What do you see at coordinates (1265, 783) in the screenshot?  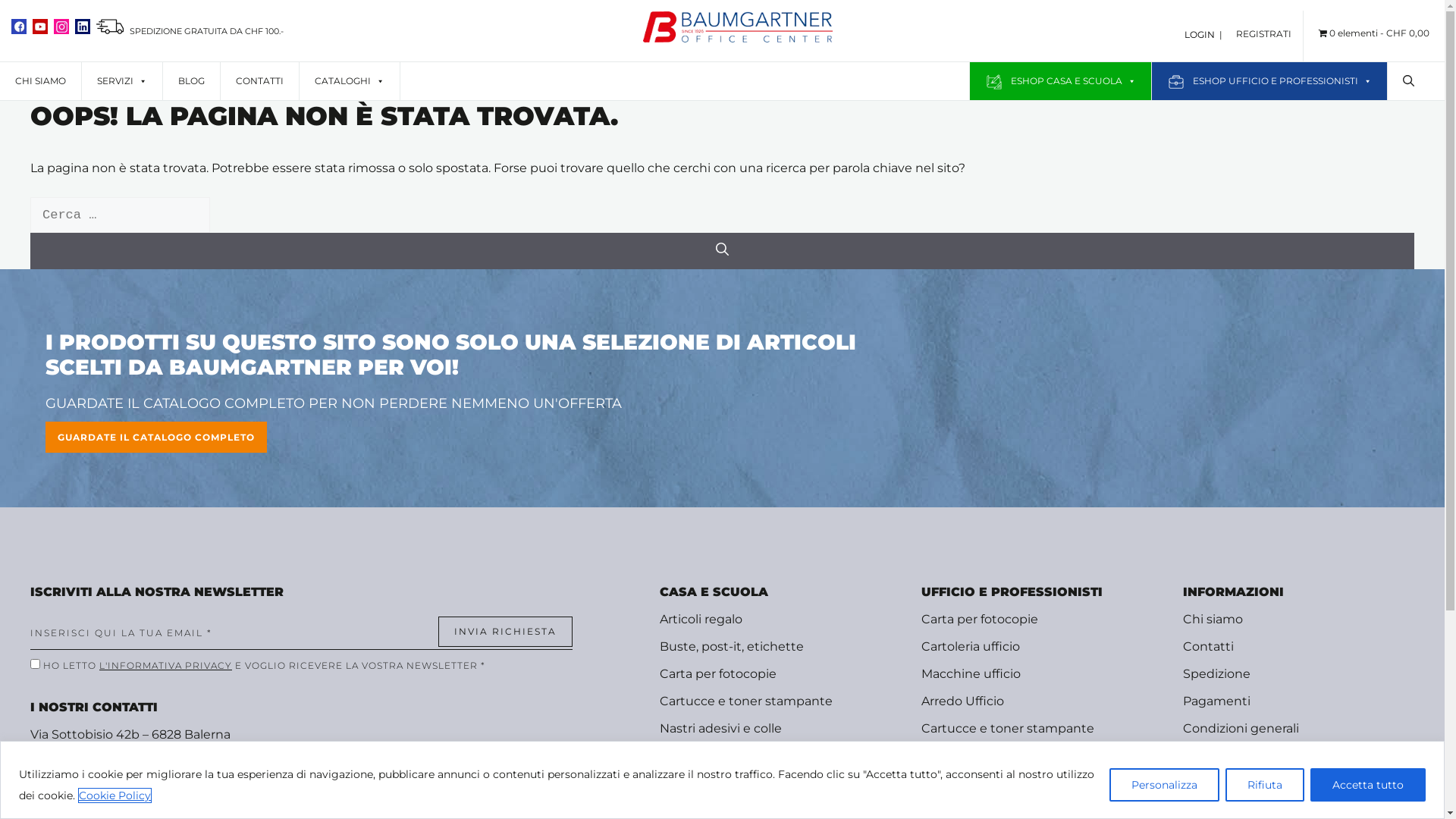 I see `'Rifiuta'` at bounding box center [1265, 783].